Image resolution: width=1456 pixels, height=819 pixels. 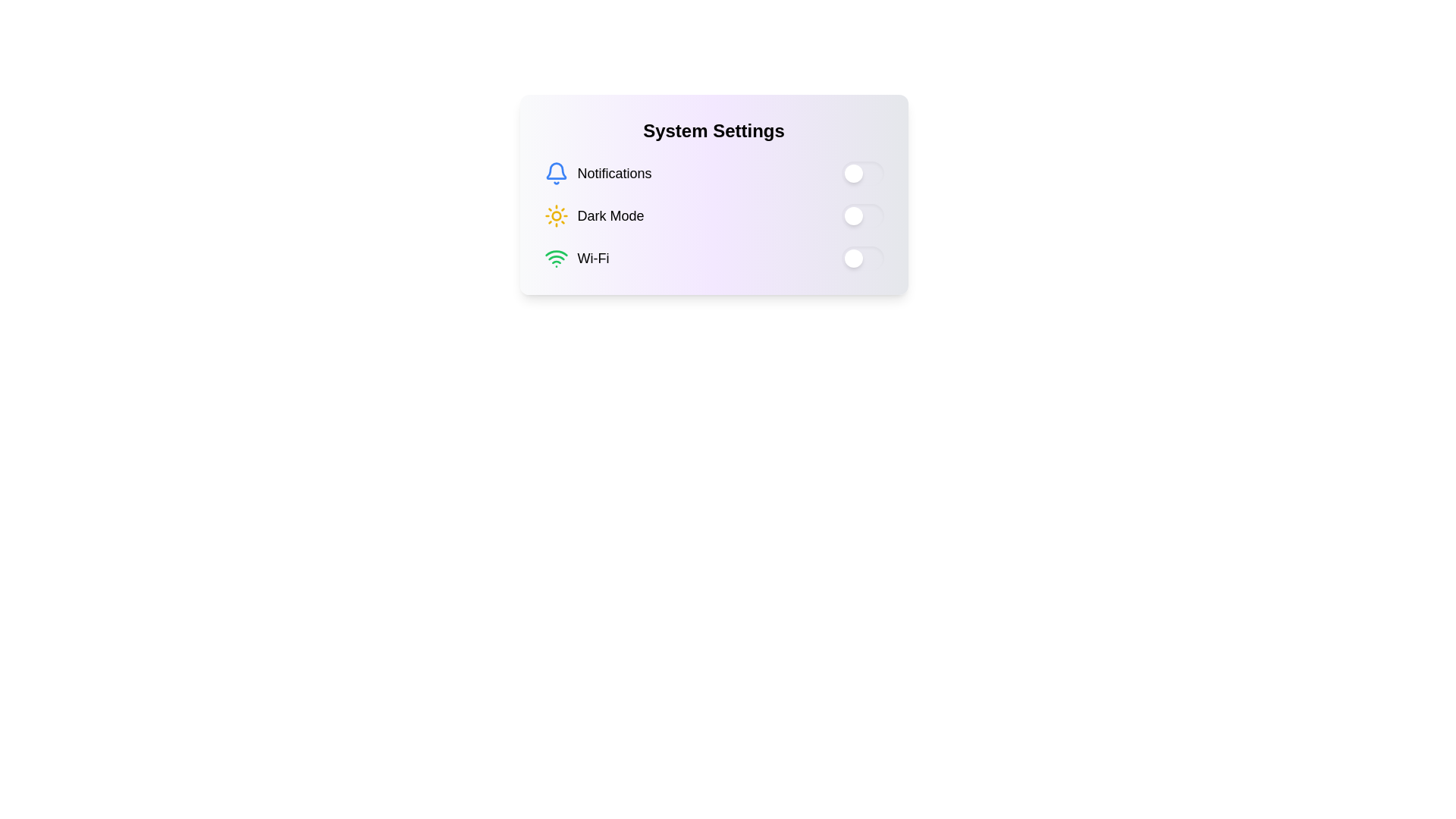 What do you see at coordinates (592, 257) in the screenshot?
I see `text label displaying 'Wi-Fi', which is in bold and larger font size, located to the right of the Wi-Fi icon in the settings panel` at bounding box center [592, 257].